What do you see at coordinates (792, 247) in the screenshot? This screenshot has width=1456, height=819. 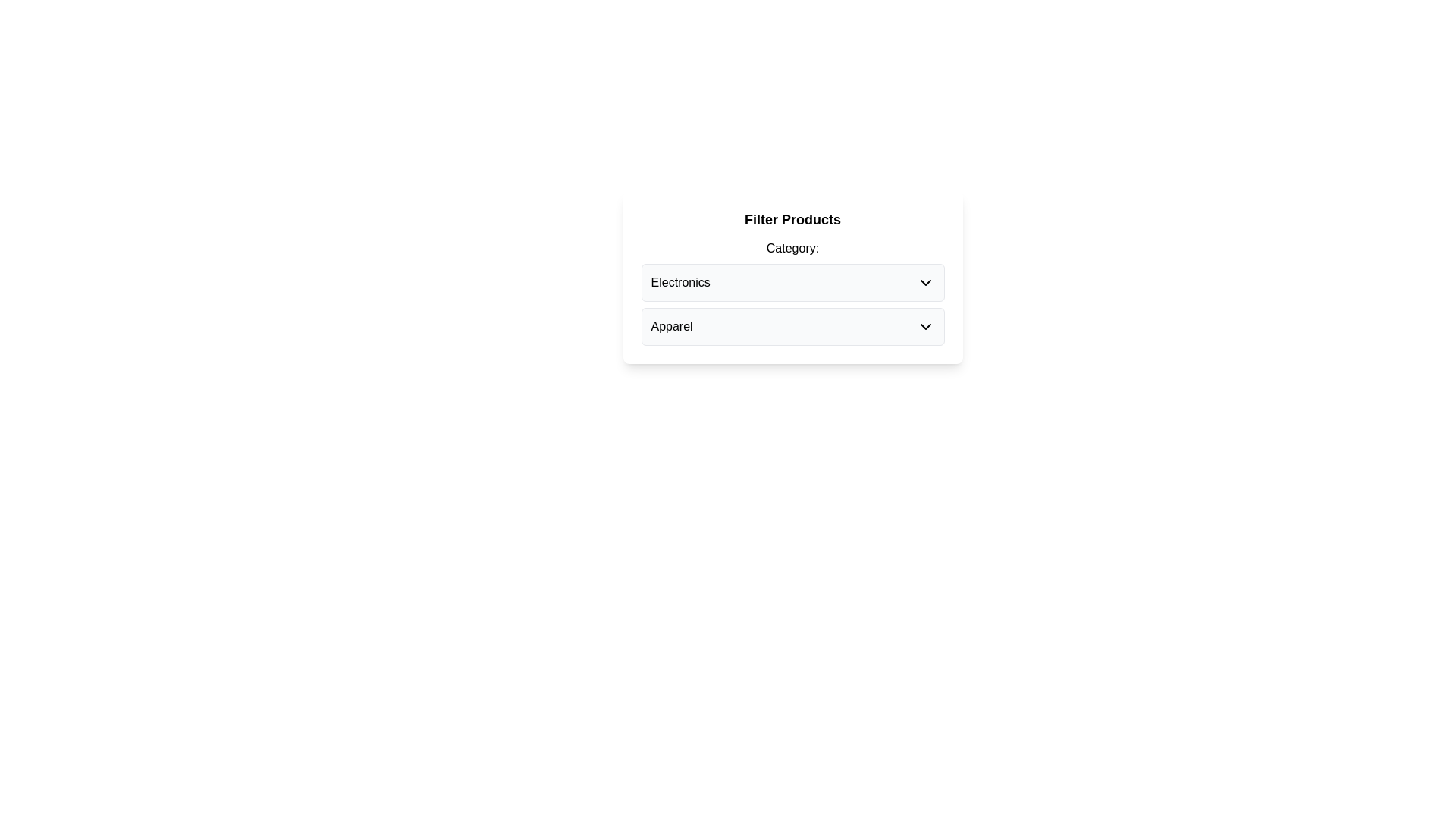 I see `the text label displaying 'Category:', which is located below the 'Filter Products' heading and above the list of categories` at bounding box center [792, 247].